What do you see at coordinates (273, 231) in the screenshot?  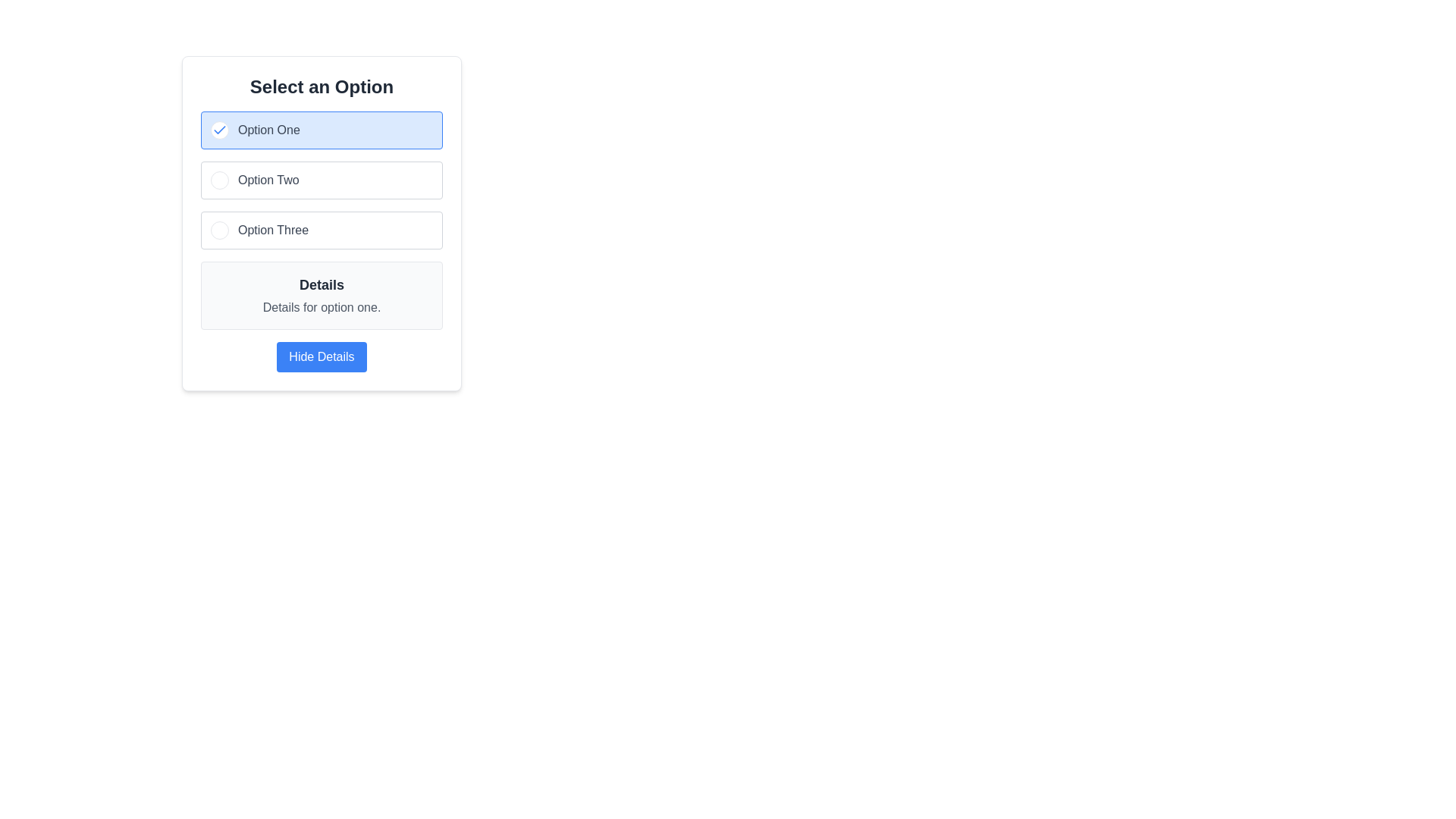 I see `the label that identifies the third selectable option in a vertical list, which is positioned to the right of a circular indicator and contained within an interactive, bordered, white background box` at bounding box center [273, 231].